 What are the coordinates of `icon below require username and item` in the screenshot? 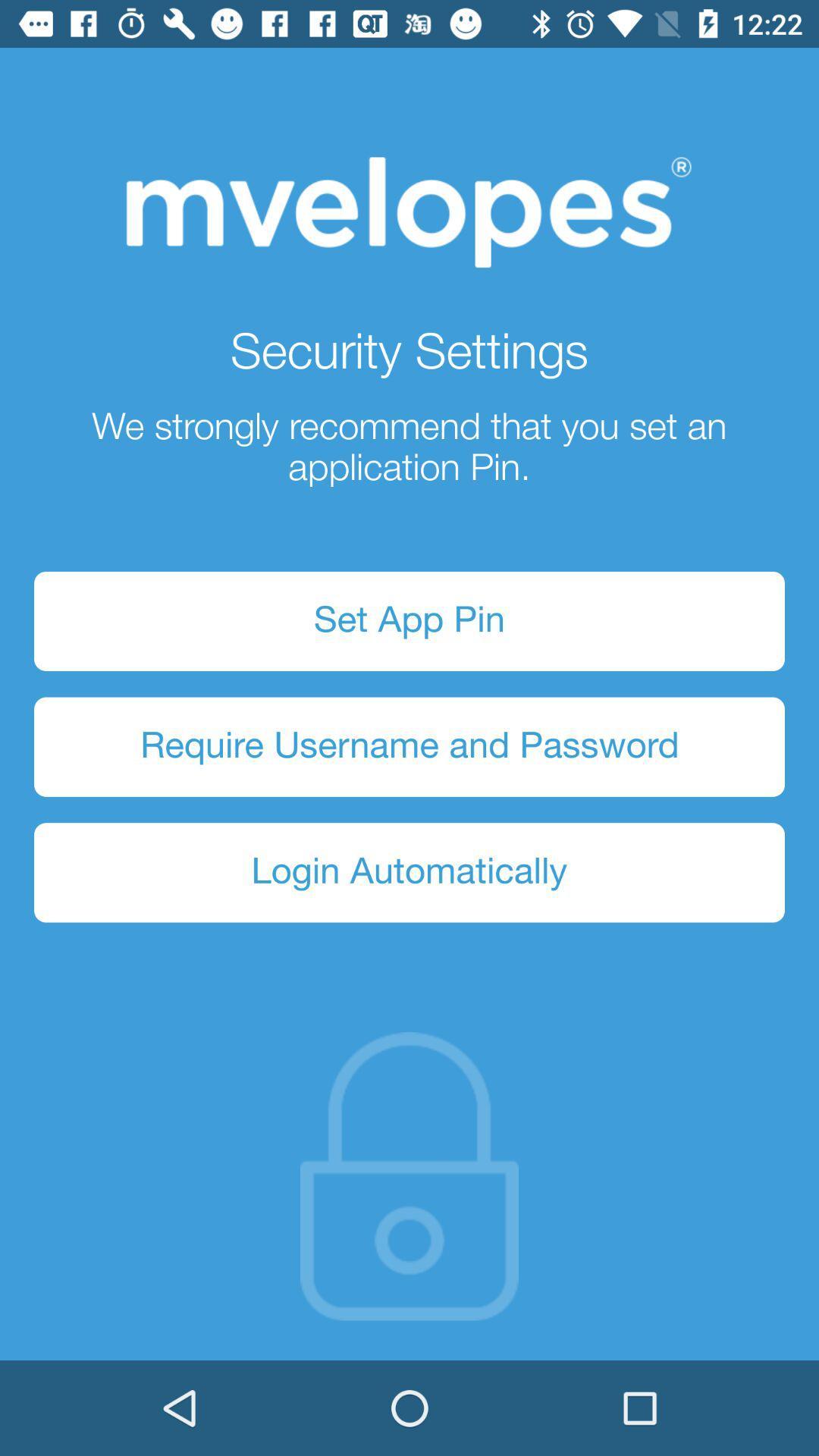 It's located at (409, 872).